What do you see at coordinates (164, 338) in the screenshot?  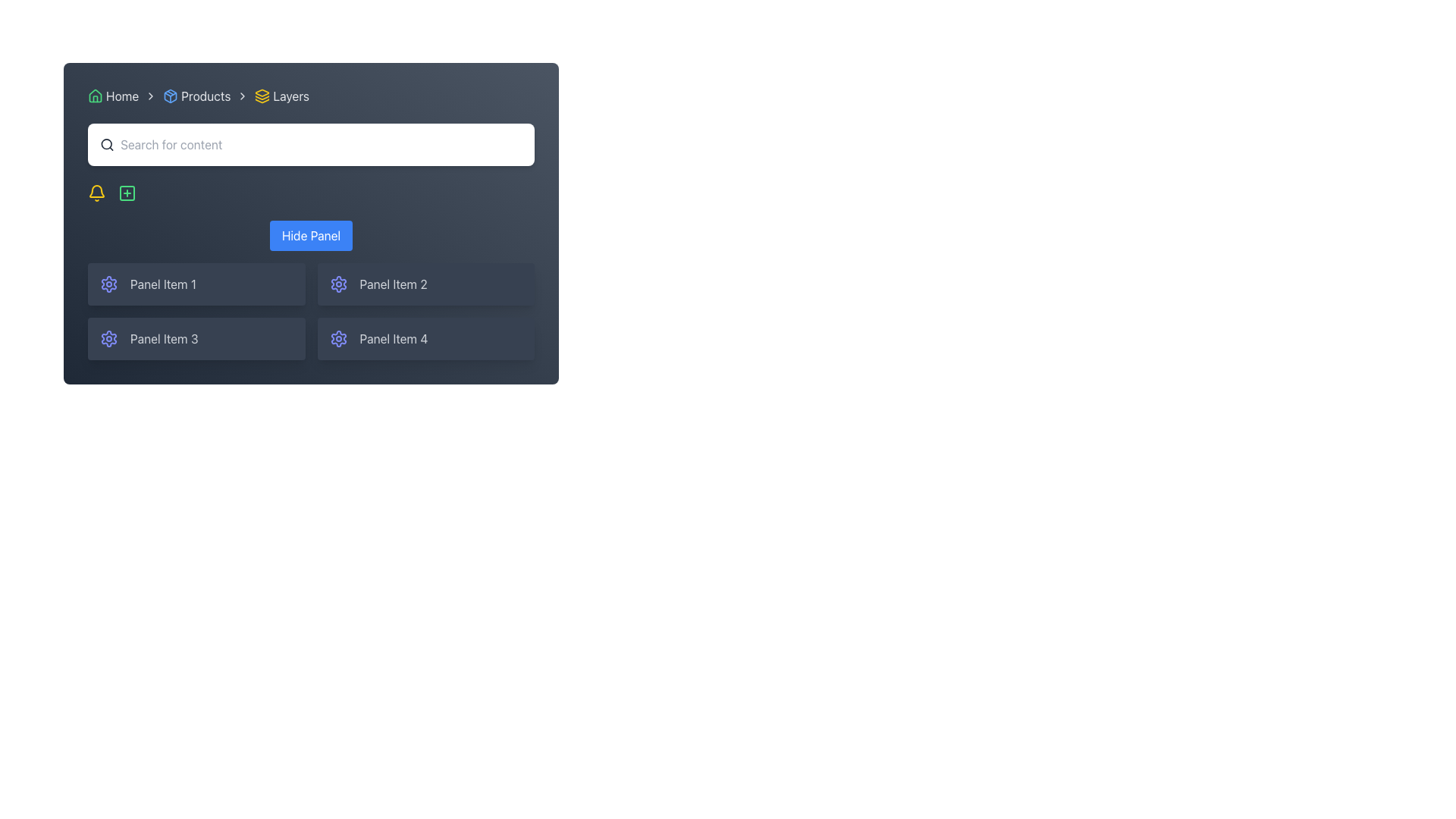 I see `text content of the button labeled 'Panel Item 3', which is styled with gray text on a dark gray button-like background located in the bottom left panel of a grid of buttons` at bounding box center [164, 338].